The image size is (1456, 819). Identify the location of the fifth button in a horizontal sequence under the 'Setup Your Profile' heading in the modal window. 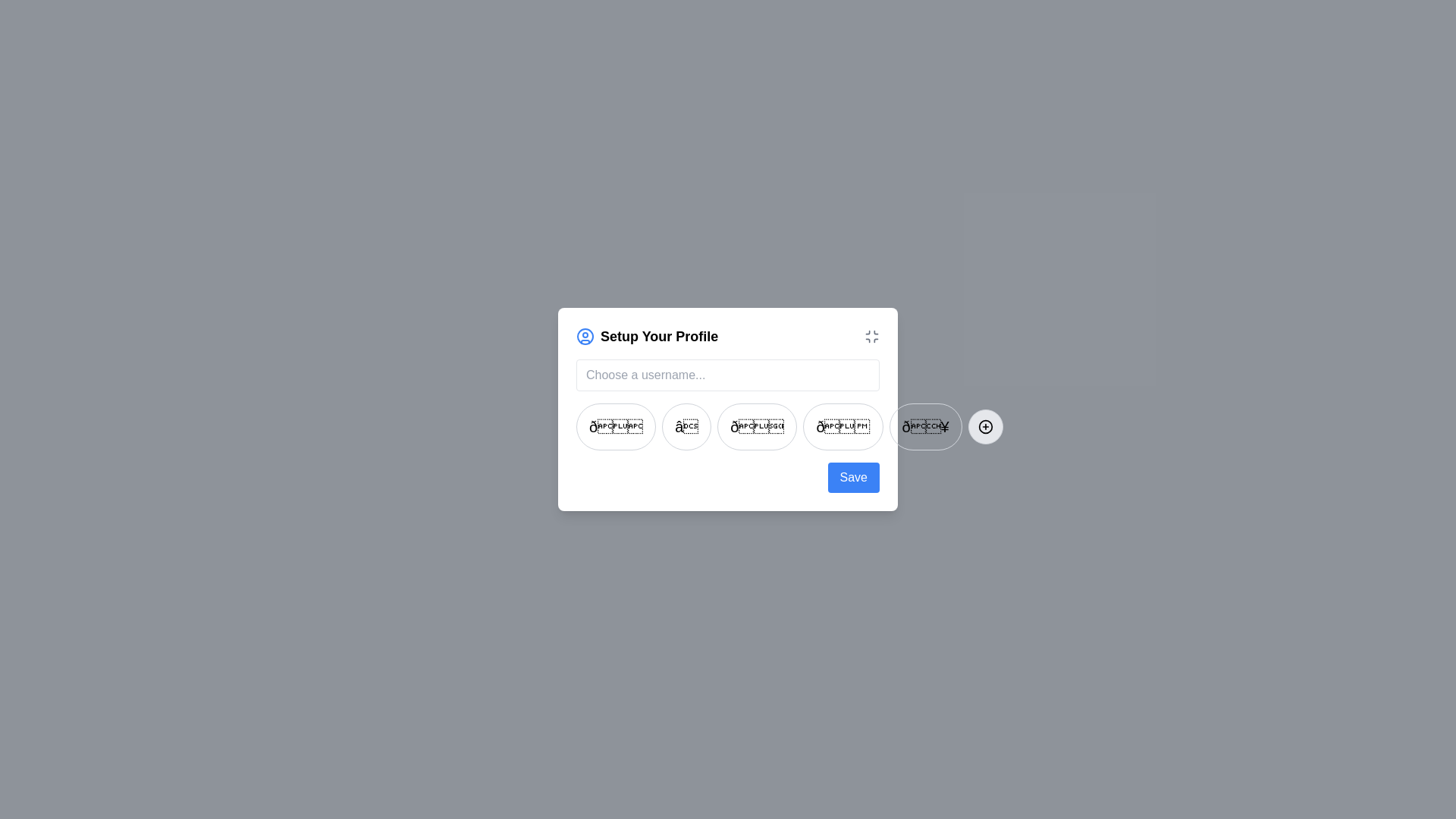
(924, 427).